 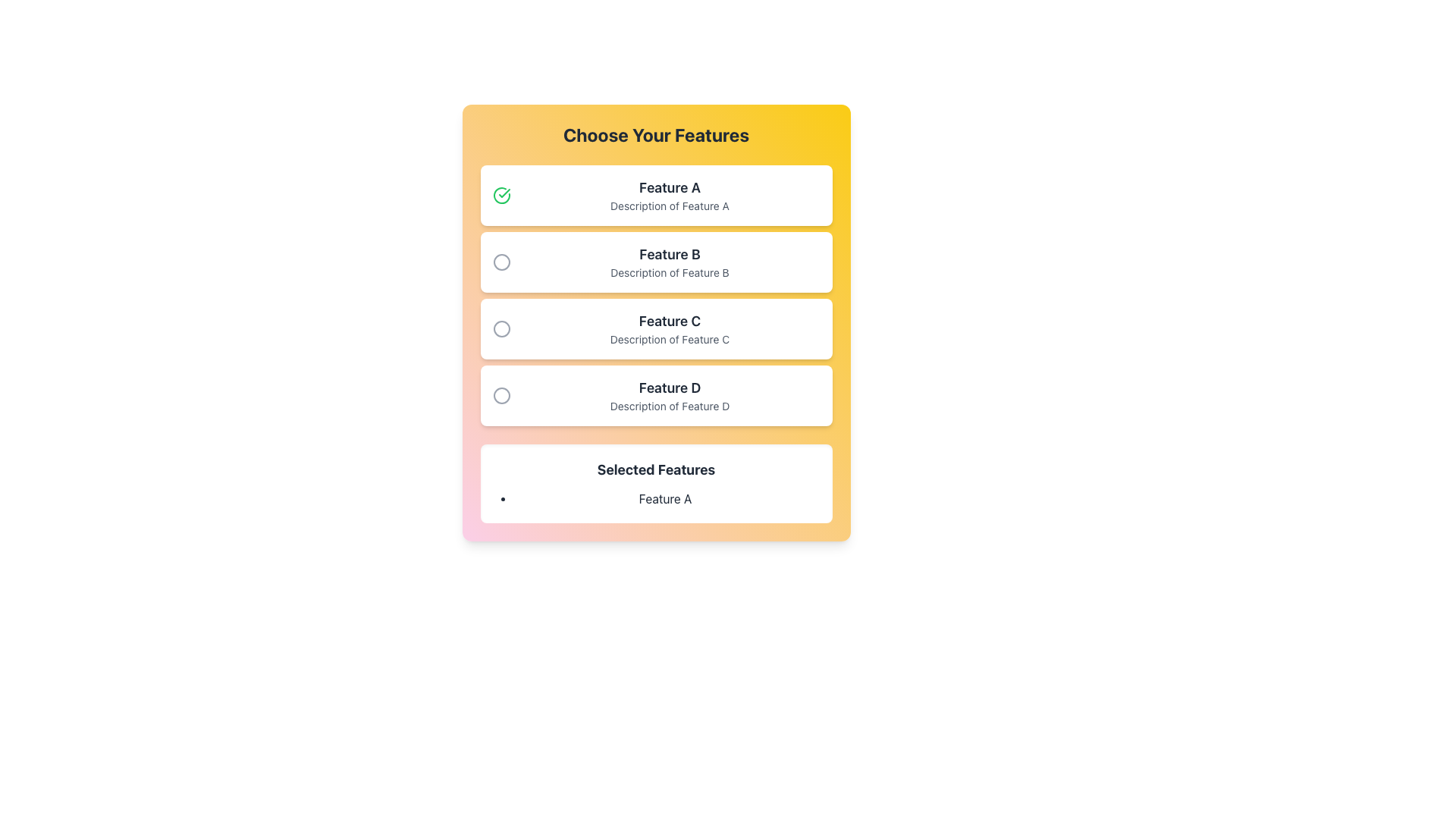 I want to click on the outer circle of the checkmark icon indicating selection status for 'Feature A', so click(x=501, y=195).